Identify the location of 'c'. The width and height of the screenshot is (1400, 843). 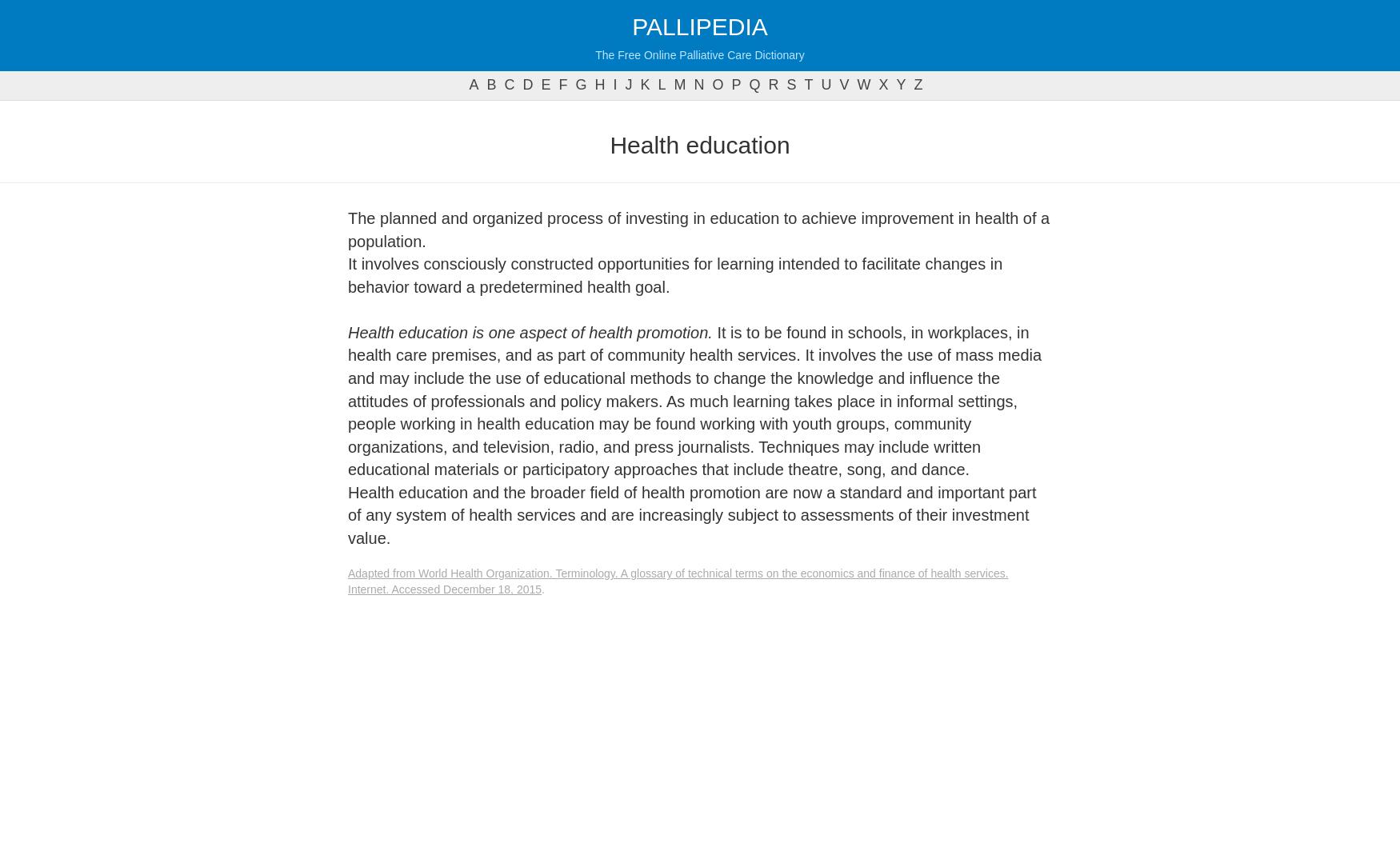
(503, 85).